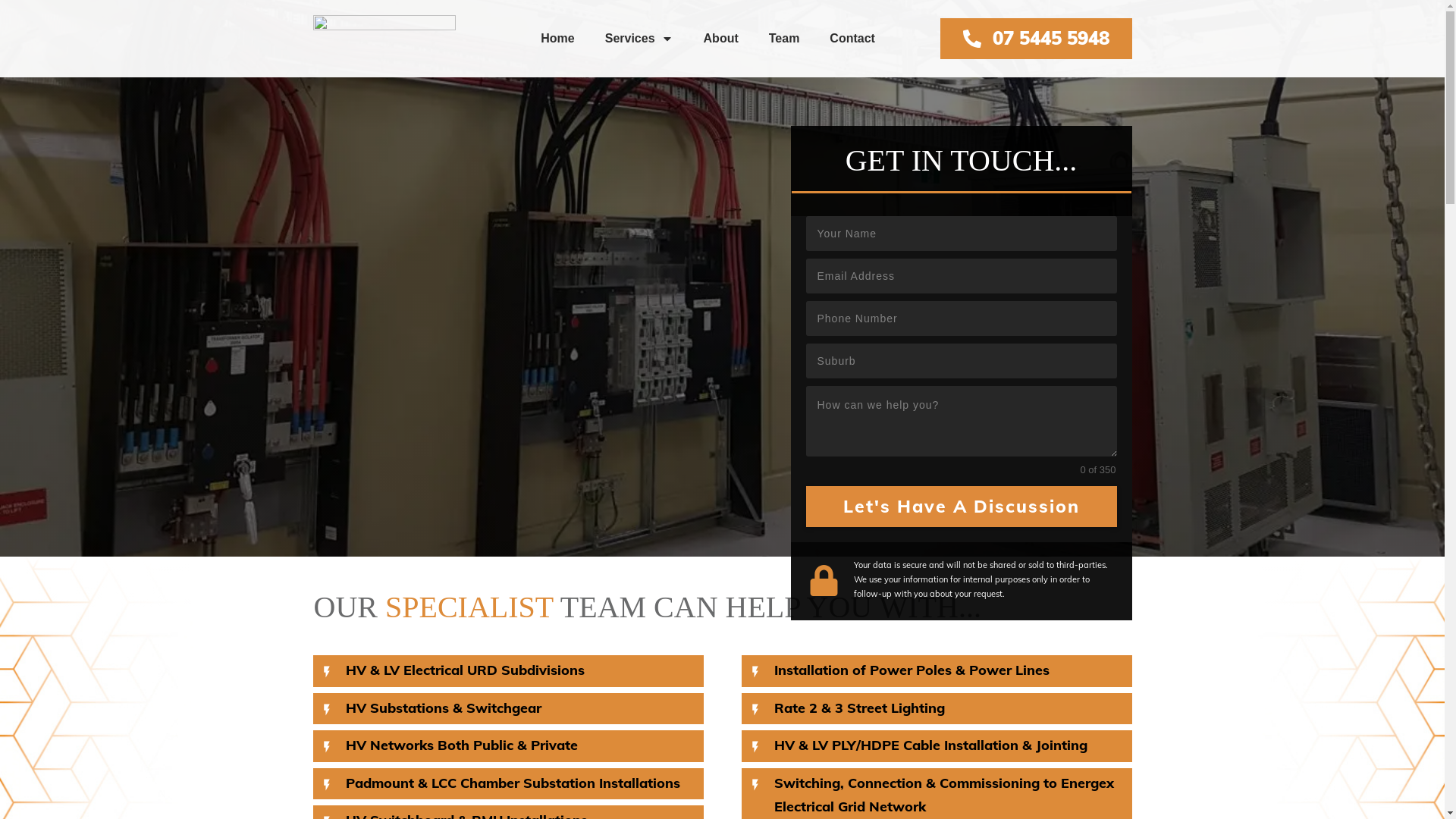 The image size is (1456, 819). I want to click on 'Let's Have A Discussion', so click(960, 506).